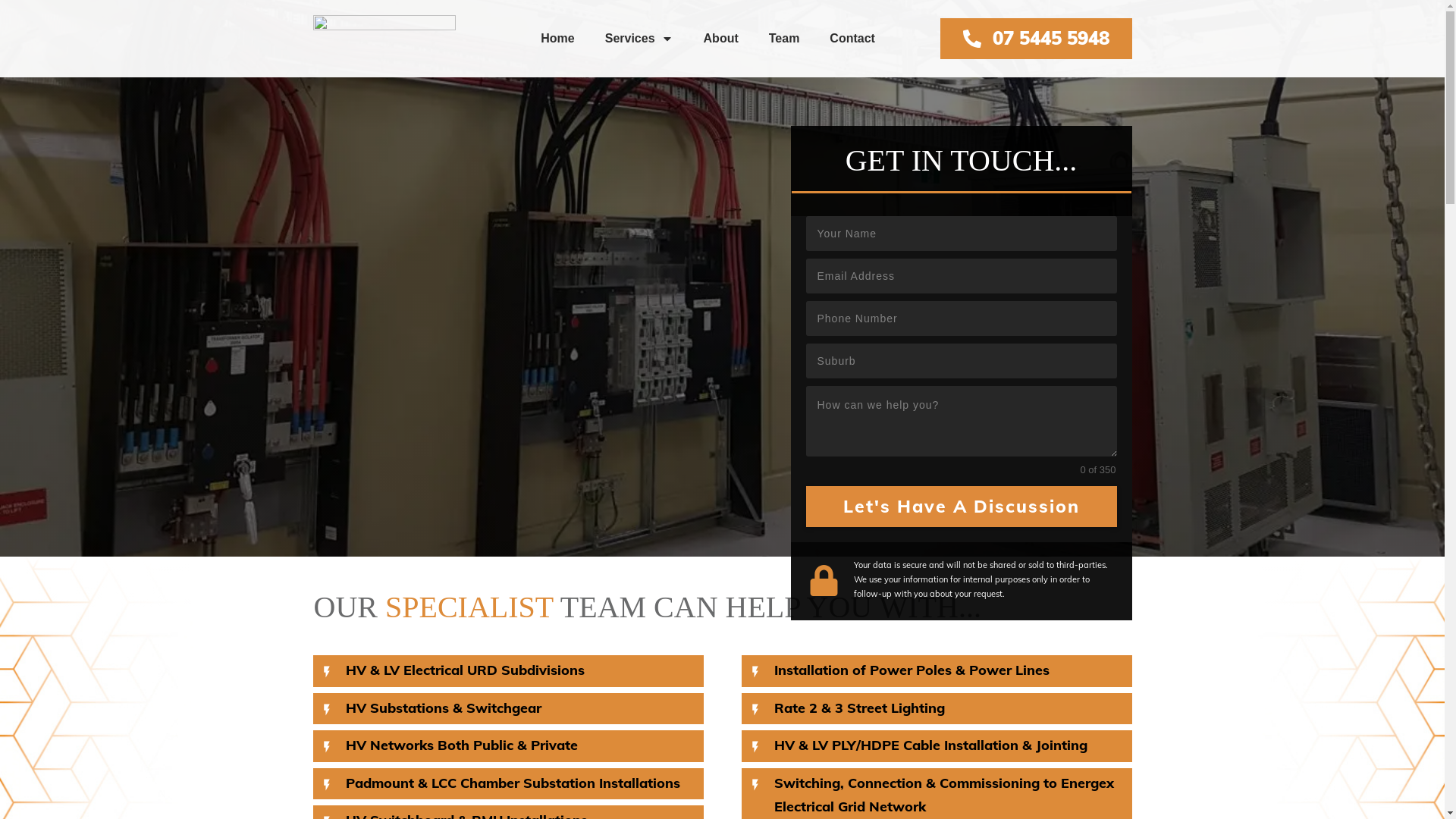 The image size is (1456, 819). I want to click on 'Let's Have A Discussion', so click(960, 506).